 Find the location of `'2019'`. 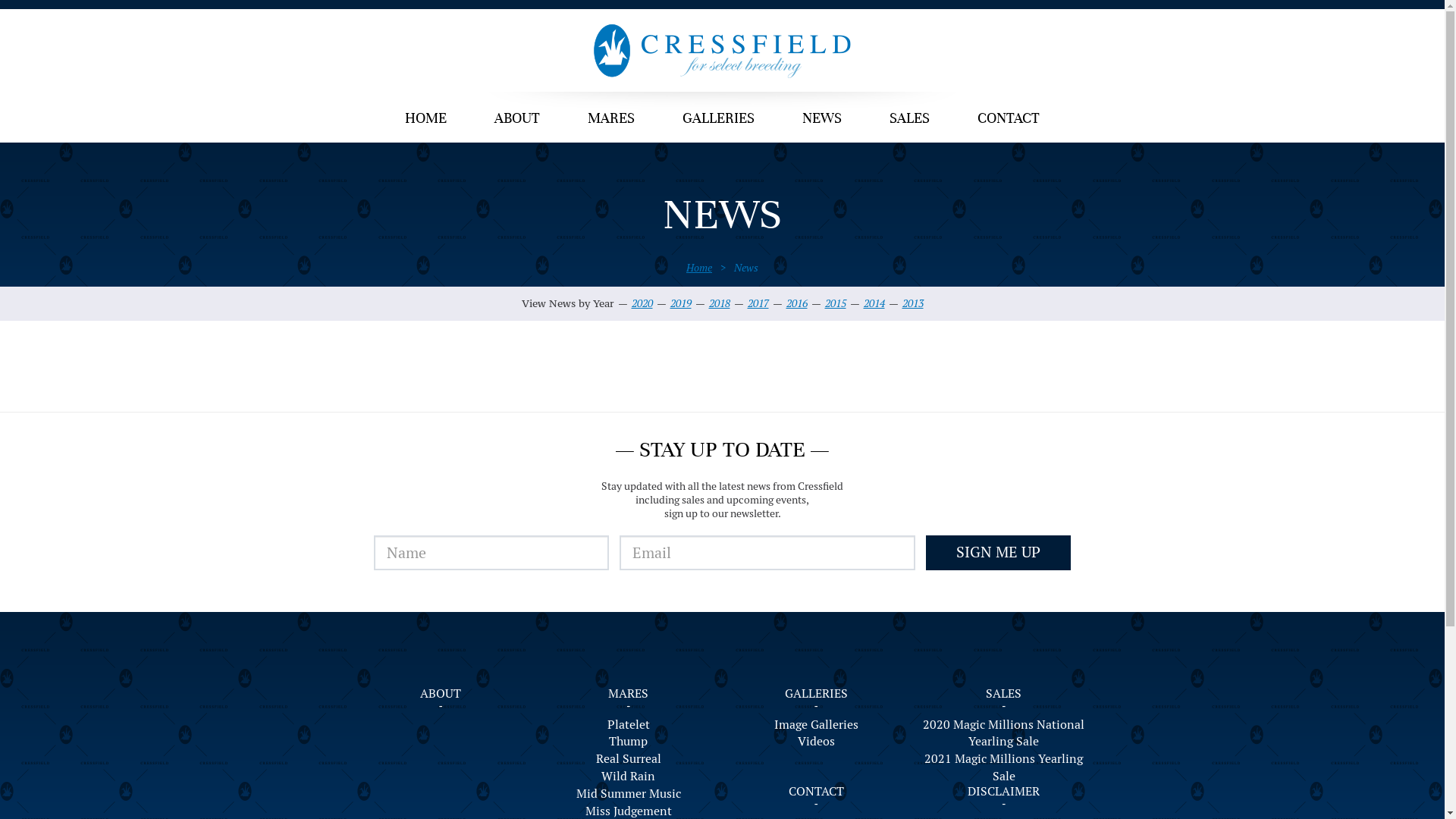

'2019' is located at coordinates (679, 303).